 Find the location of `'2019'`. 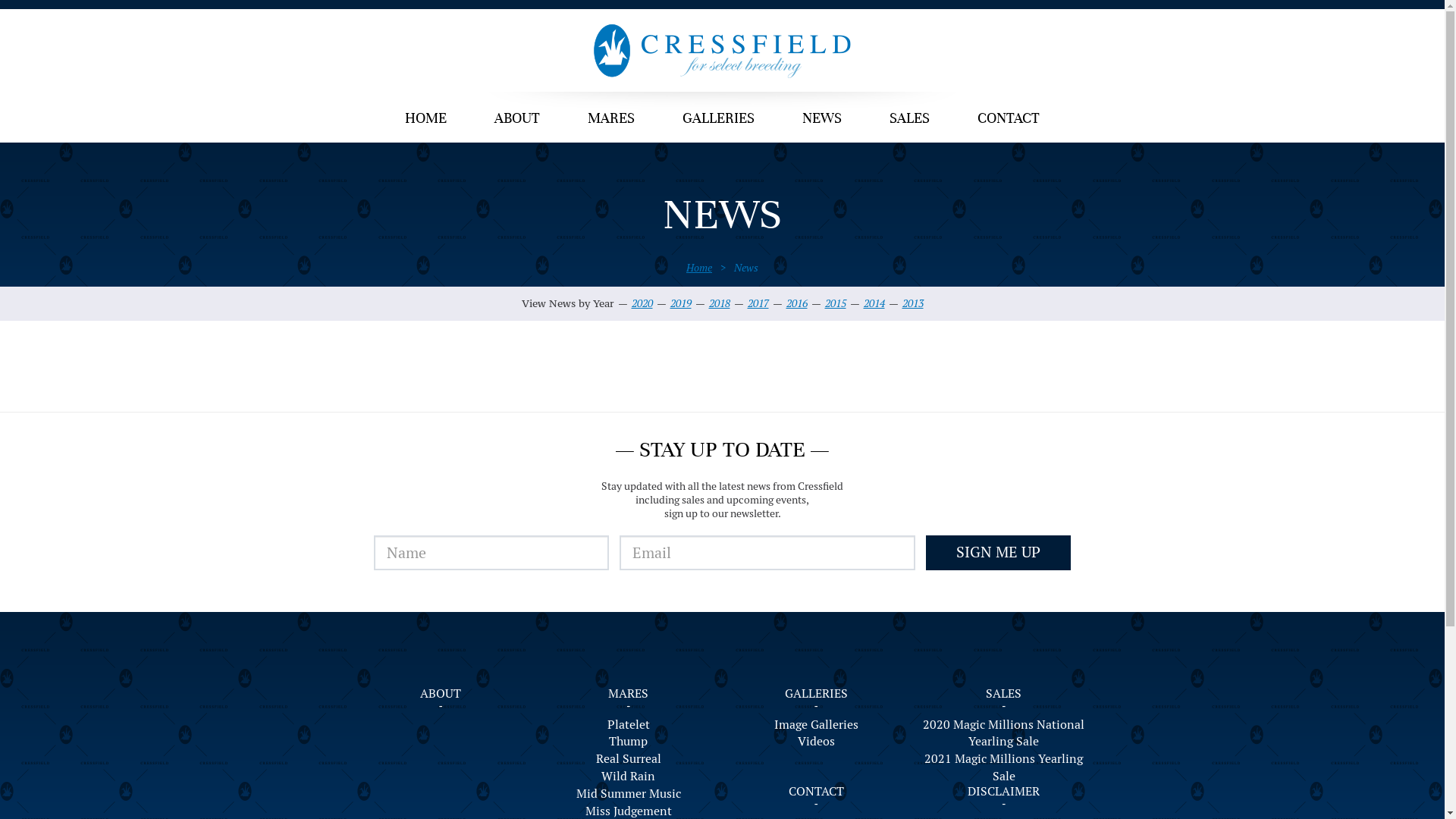

'2019' is located at coordinates (679, 303).